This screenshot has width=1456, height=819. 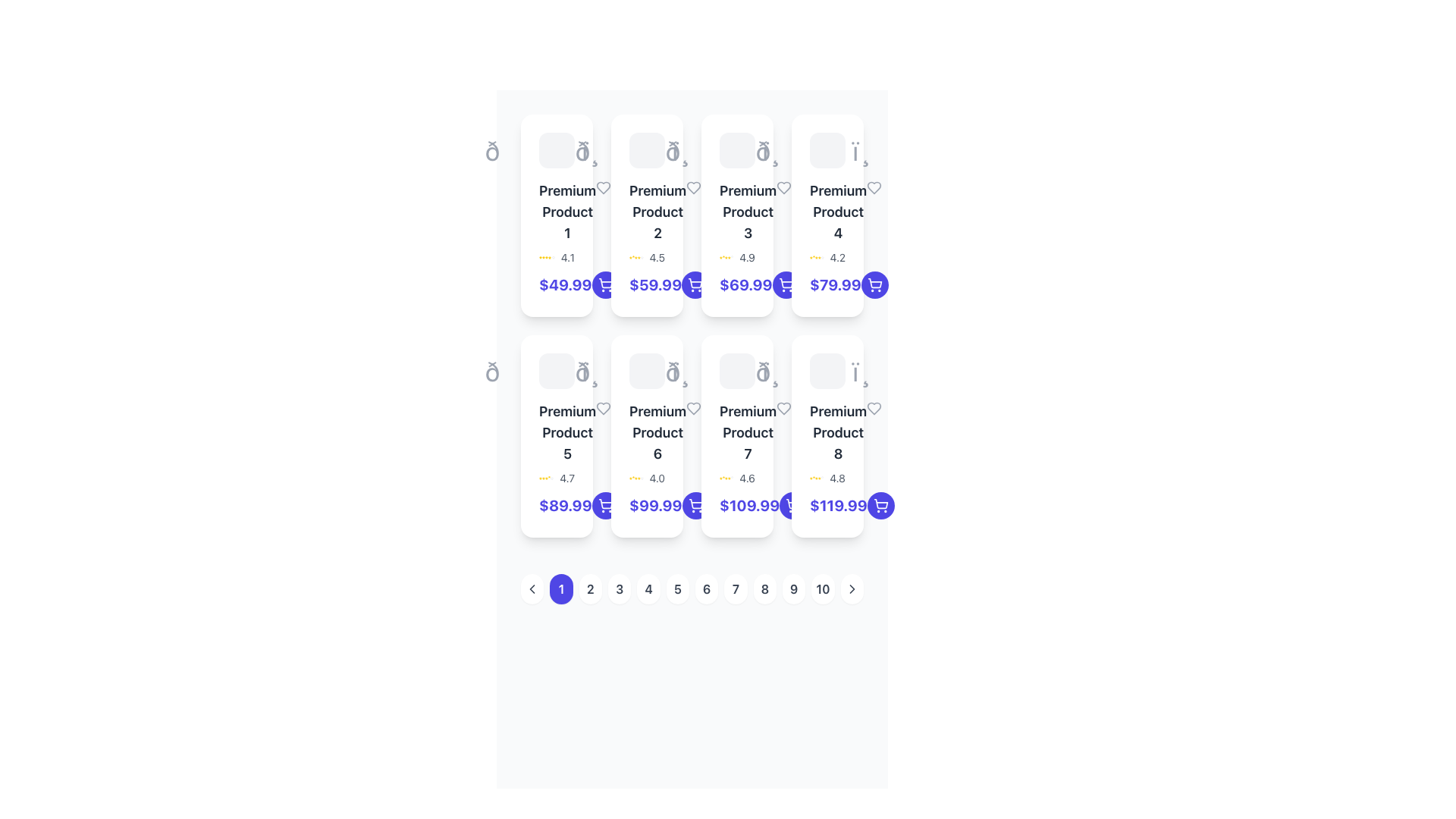 What do you see at coordinates (633, 256) in the screenshot?
I see `the star icon representing the second star in the 4.5-star rating for the 'Premium Product 2' in the grid` at bounding box center [633, 256].